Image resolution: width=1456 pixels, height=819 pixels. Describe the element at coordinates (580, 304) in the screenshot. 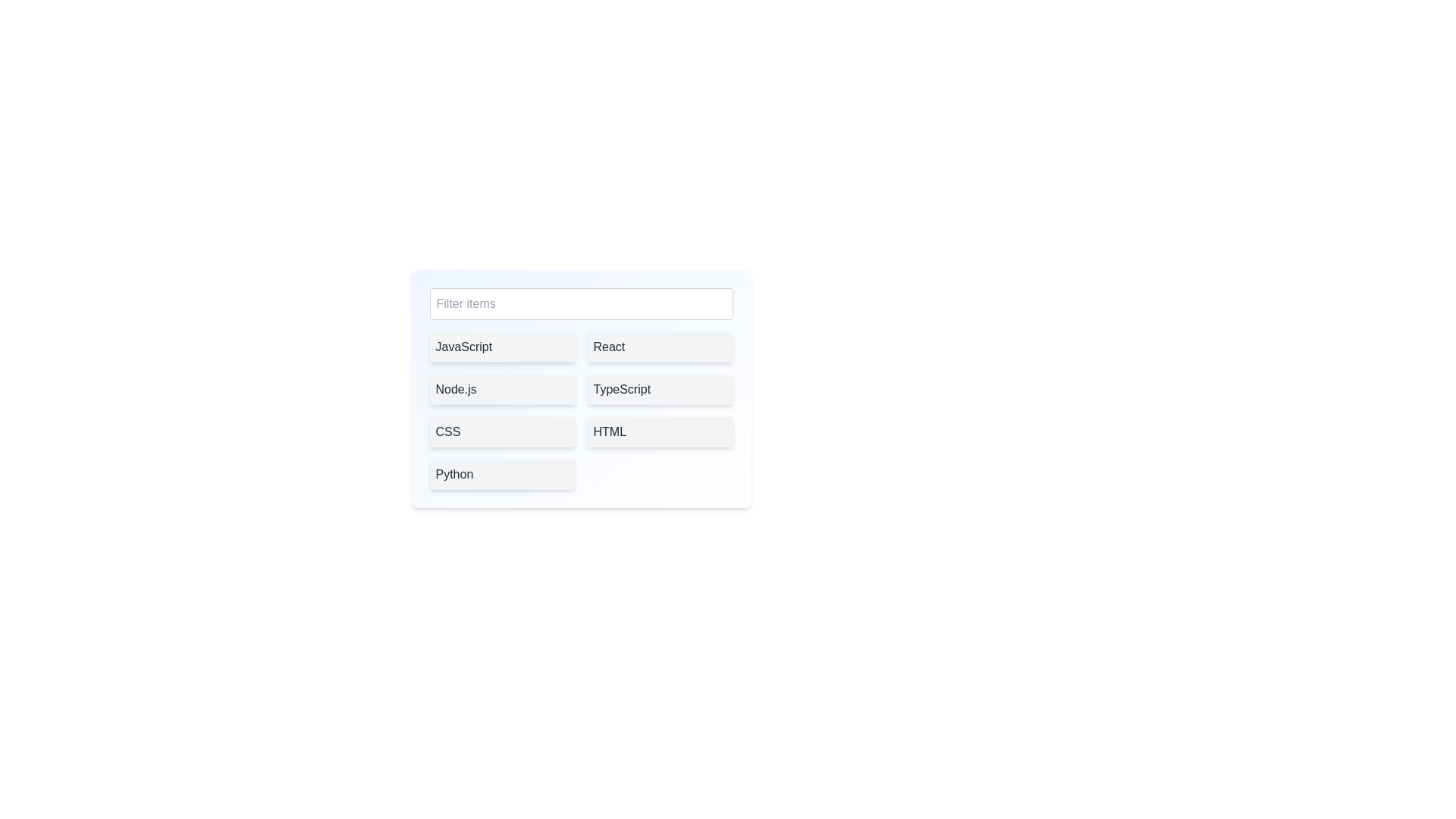

I see `the filter field and type 'JavaScript'` at that location.